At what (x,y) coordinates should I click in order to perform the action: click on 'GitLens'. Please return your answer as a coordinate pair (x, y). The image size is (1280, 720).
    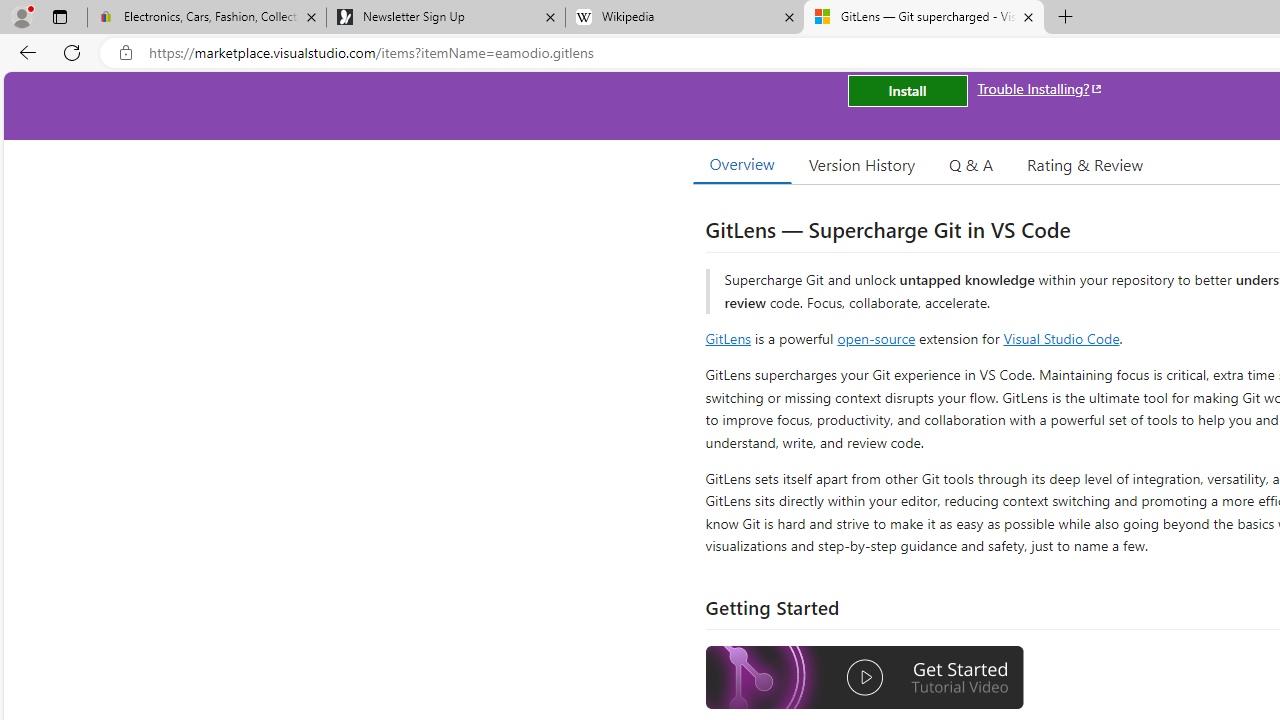
    Looking at the image, I should click on (727, 337).